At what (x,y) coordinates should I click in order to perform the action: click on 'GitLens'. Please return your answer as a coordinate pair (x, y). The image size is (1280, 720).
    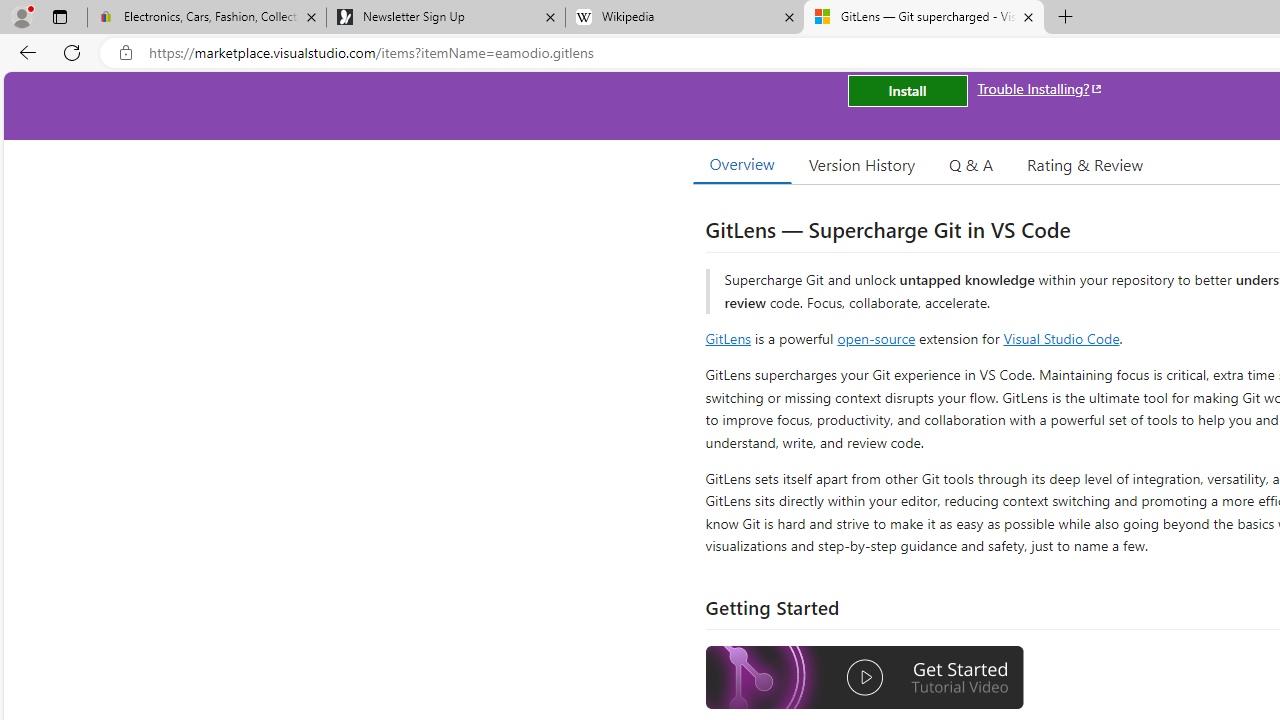
    Looking at the image, I should click on (727, 337).